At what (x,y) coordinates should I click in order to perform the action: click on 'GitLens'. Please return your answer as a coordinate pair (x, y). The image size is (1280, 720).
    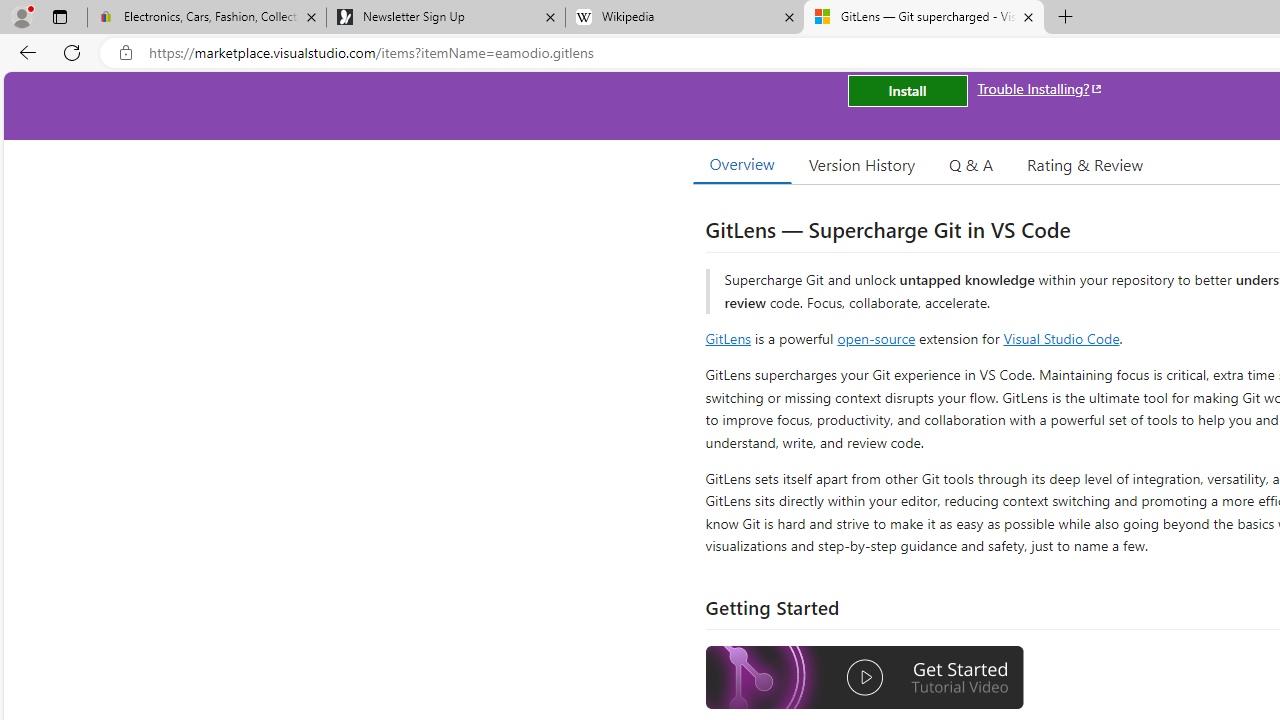
    Looking at the image, I should click on (727, 337).